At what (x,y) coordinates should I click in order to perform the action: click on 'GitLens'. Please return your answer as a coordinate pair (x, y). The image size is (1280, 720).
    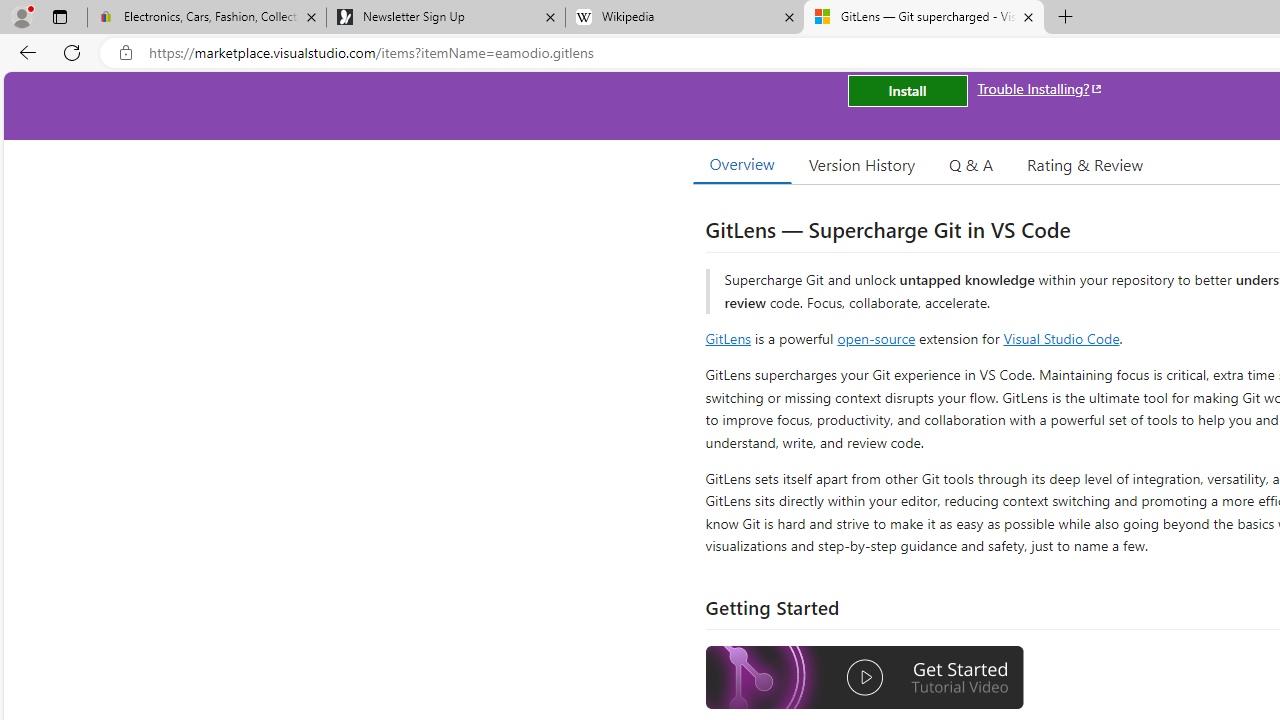
    Looking at the image, I should click on (727, 337).